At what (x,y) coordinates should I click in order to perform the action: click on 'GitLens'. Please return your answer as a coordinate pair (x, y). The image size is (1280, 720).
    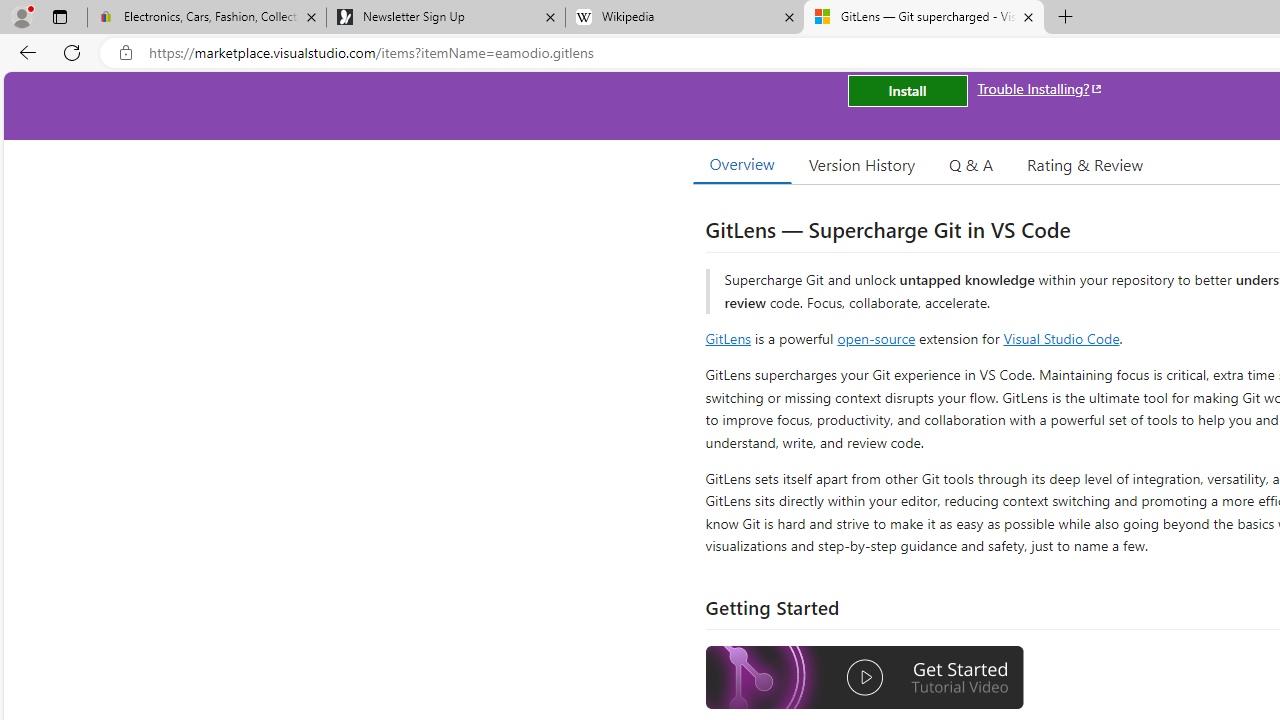
    Looking at the image, I should click on (727, 337).